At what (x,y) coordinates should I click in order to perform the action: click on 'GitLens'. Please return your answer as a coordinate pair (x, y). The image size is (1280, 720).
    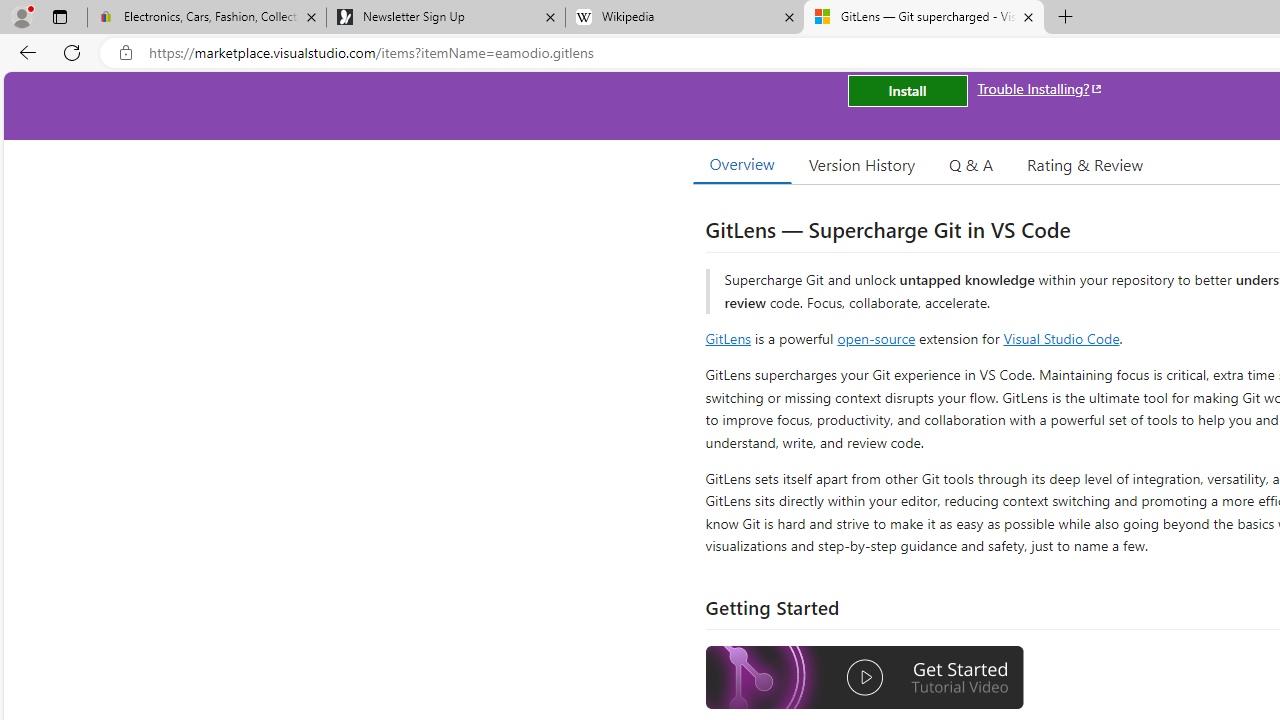
    Looking at the image, I should click on (727, 337).